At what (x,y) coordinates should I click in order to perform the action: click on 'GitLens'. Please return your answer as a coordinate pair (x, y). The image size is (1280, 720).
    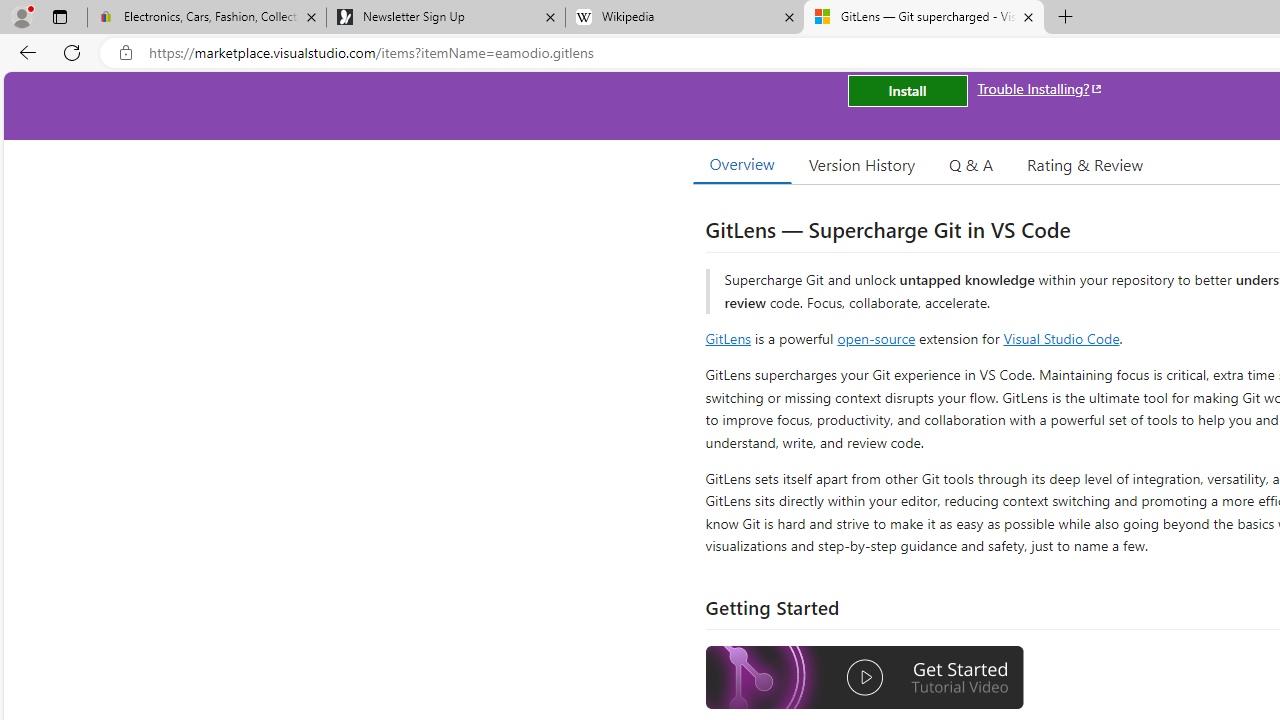
    Looking at the image, I should click on (727, 337).